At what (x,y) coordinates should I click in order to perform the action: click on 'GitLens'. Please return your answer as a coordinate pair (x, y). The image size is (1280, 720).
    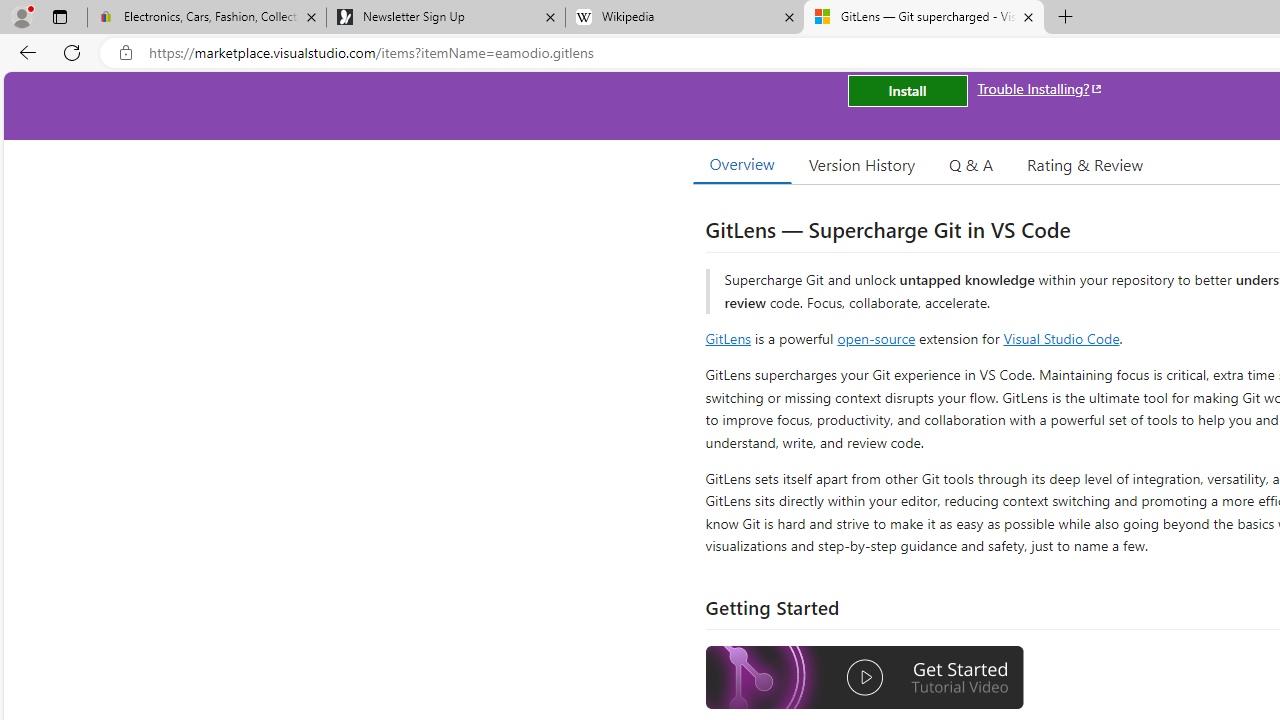
    Looking at the image, I should click on (727, 337).